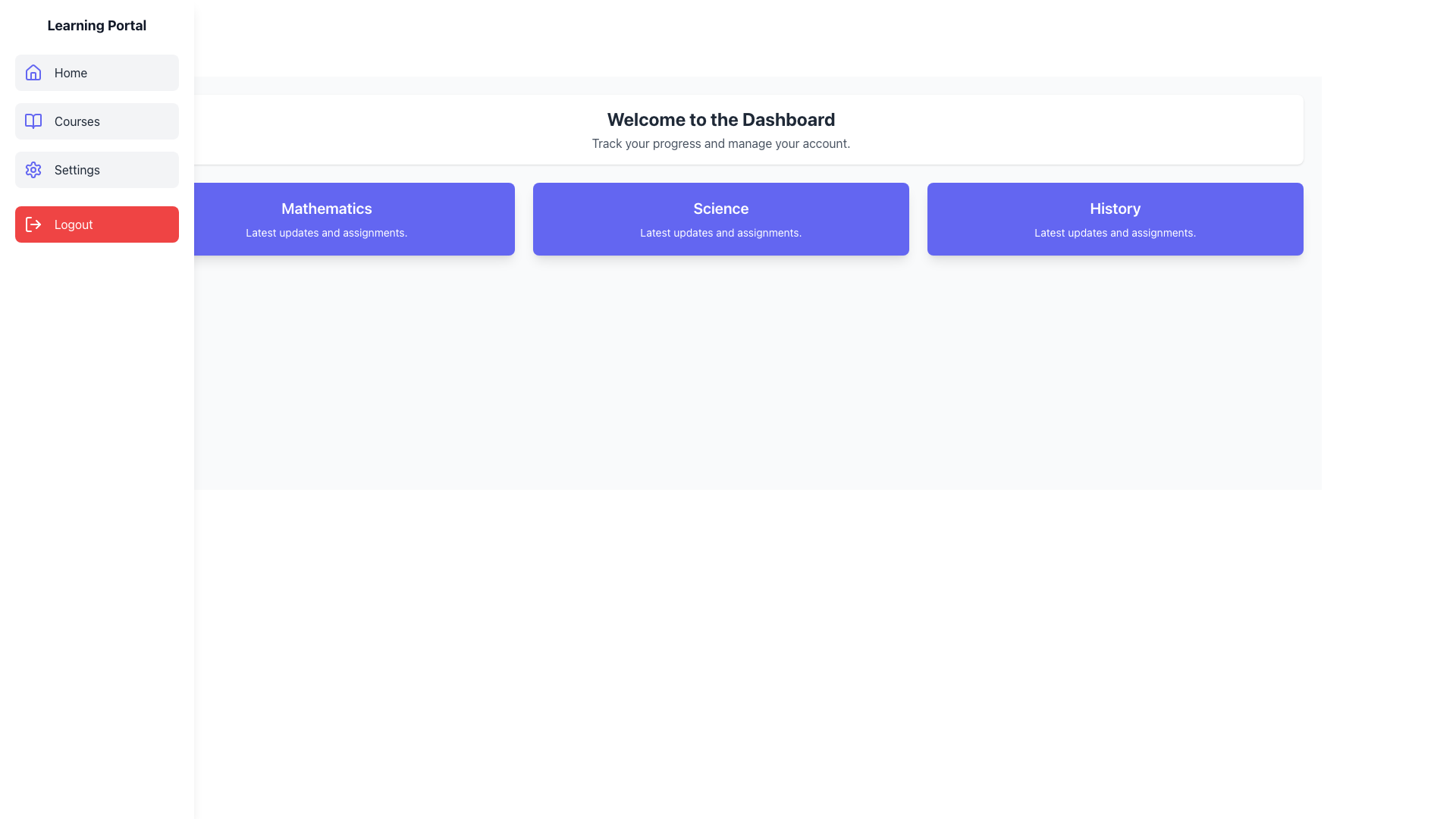 This screenshot has height=819, width=1456. Describe the element at coordinates (33, 72) in the screenshot. I see `the 'Home' icon located on the left-hand panel of the navigation menu, just before the text label 'Home'` at that location.